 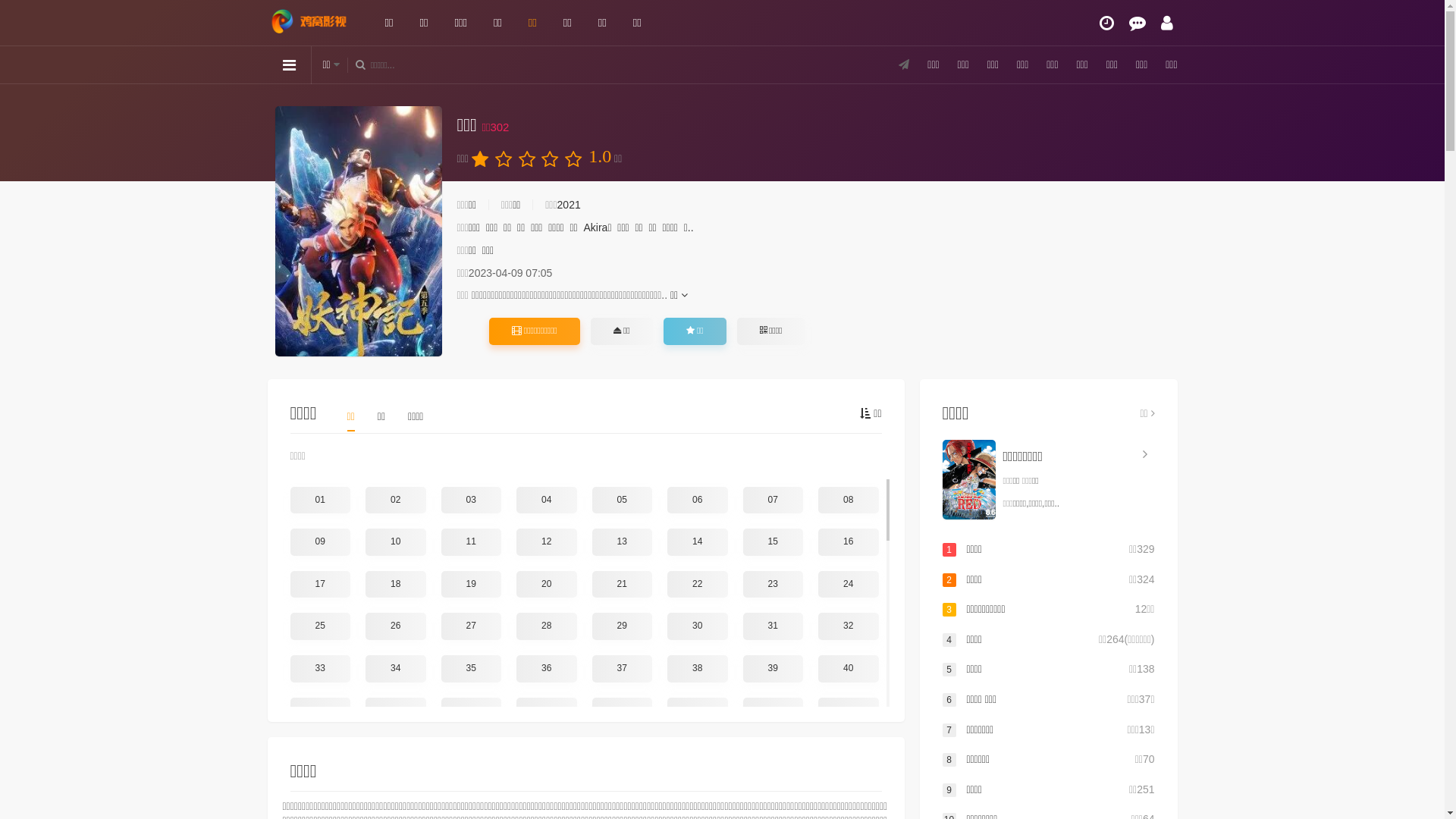 What do you see at coordinates (667, 668) in the screenshot?
I see `'38'` at bounding box center [667, 668].